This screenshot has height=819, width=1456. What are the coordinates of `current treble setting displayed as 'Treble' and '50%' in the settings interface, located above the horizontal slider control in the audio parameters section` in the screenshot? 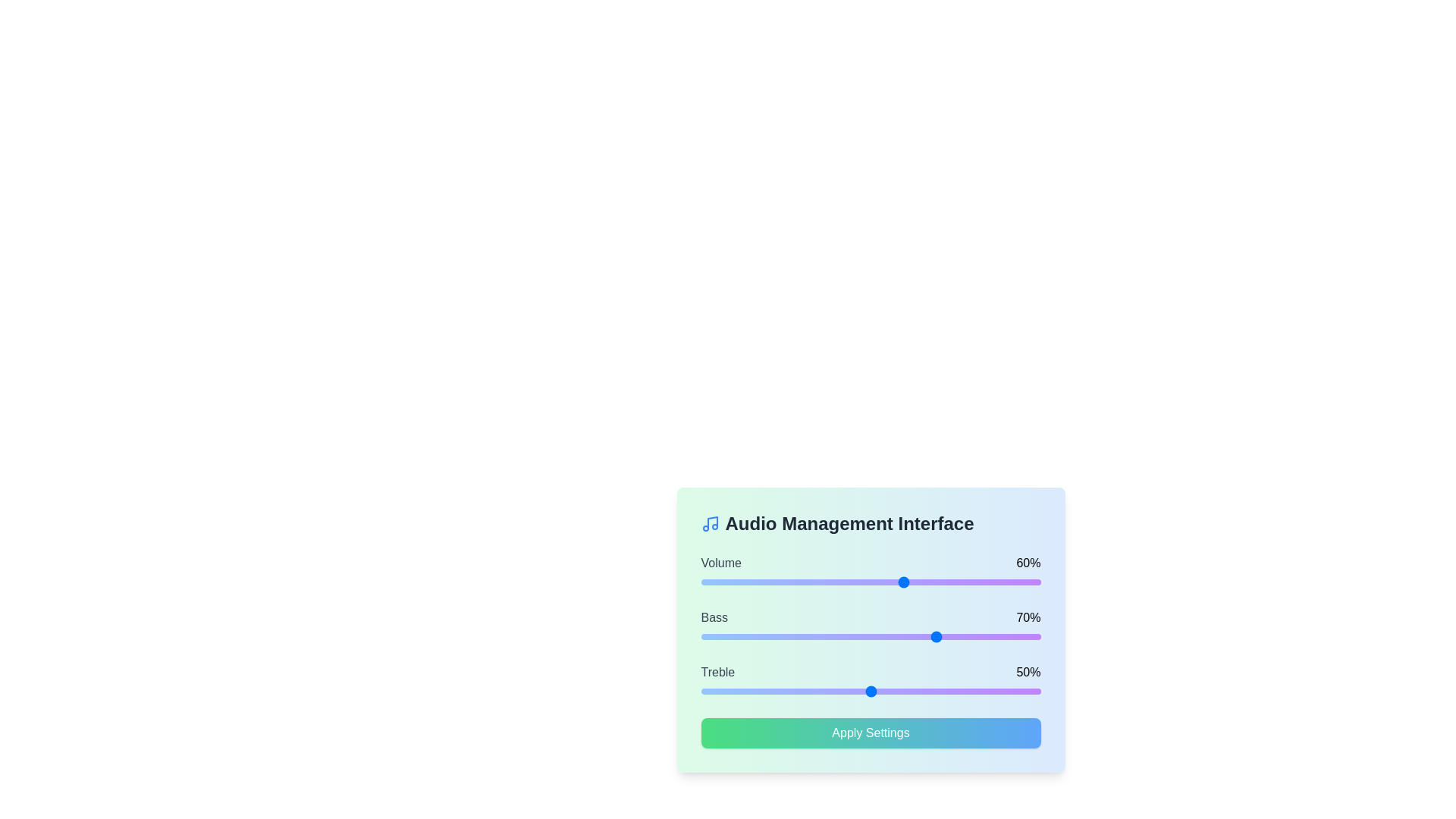 It's located at (871, 672).